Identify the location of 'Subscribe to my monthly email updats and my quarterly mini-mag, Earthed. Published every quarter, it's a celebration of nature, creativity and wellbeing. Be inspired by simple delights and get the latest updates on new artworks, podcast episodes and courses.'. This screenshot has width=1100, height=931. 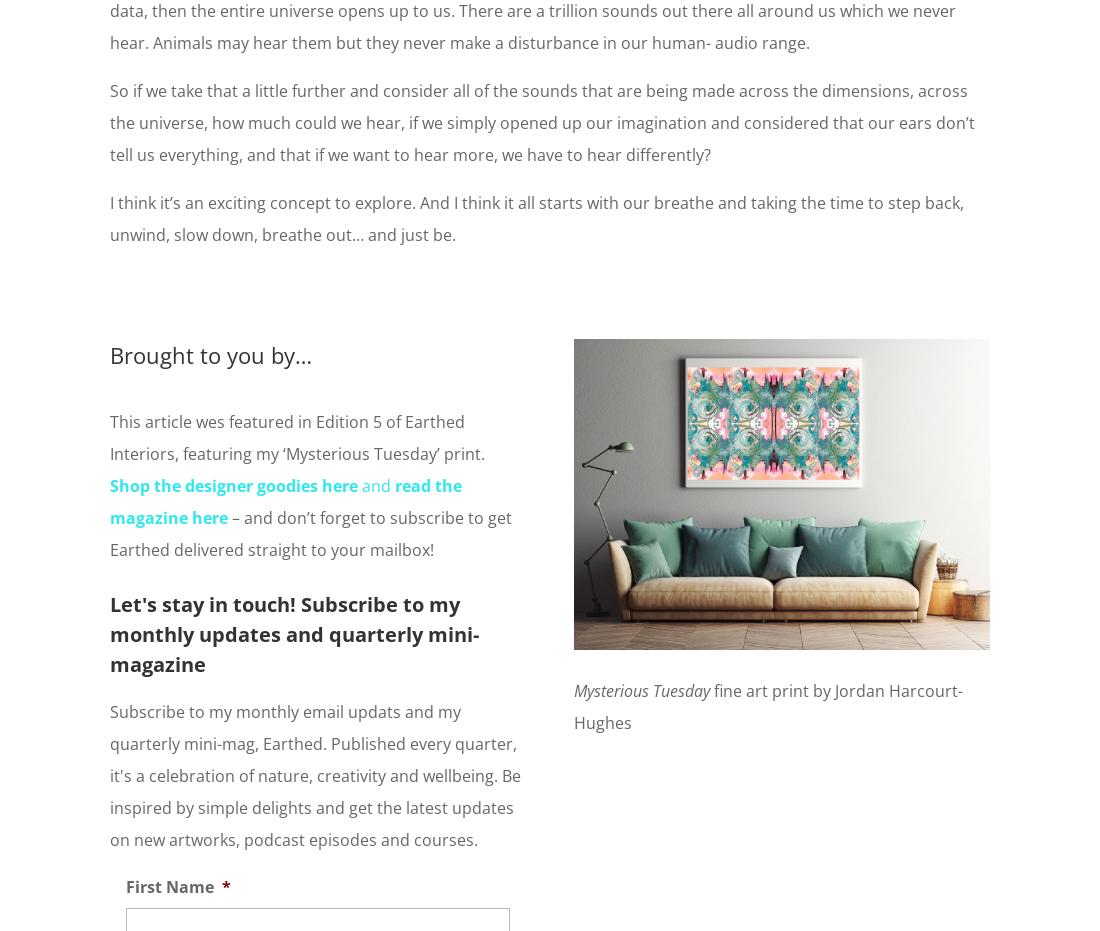
(314, 774).